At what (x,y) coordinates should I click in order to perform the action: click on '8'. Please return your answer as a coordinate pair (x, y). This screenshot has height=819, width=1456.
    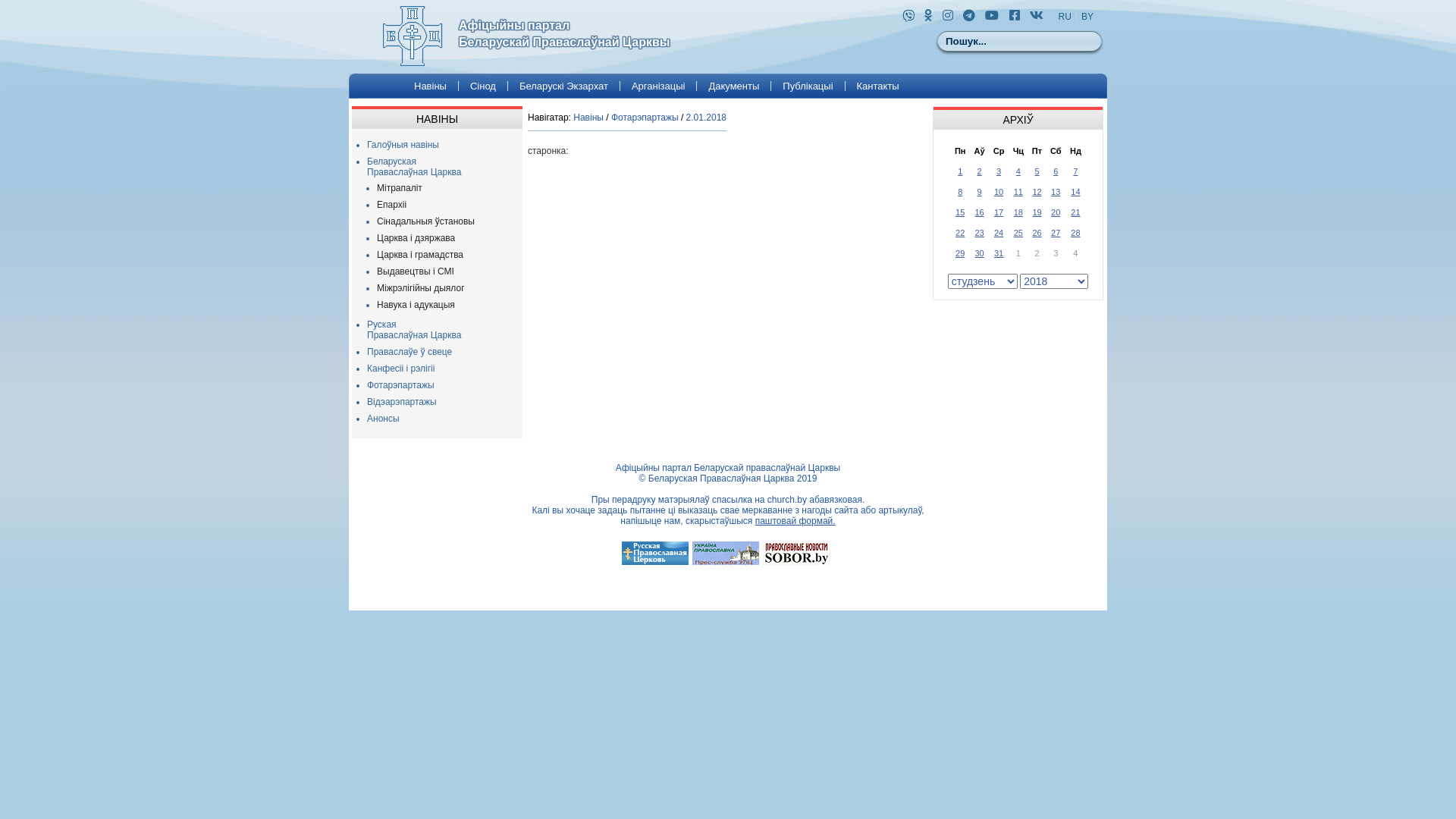
    Looking at the image, I should click on (959, 190).